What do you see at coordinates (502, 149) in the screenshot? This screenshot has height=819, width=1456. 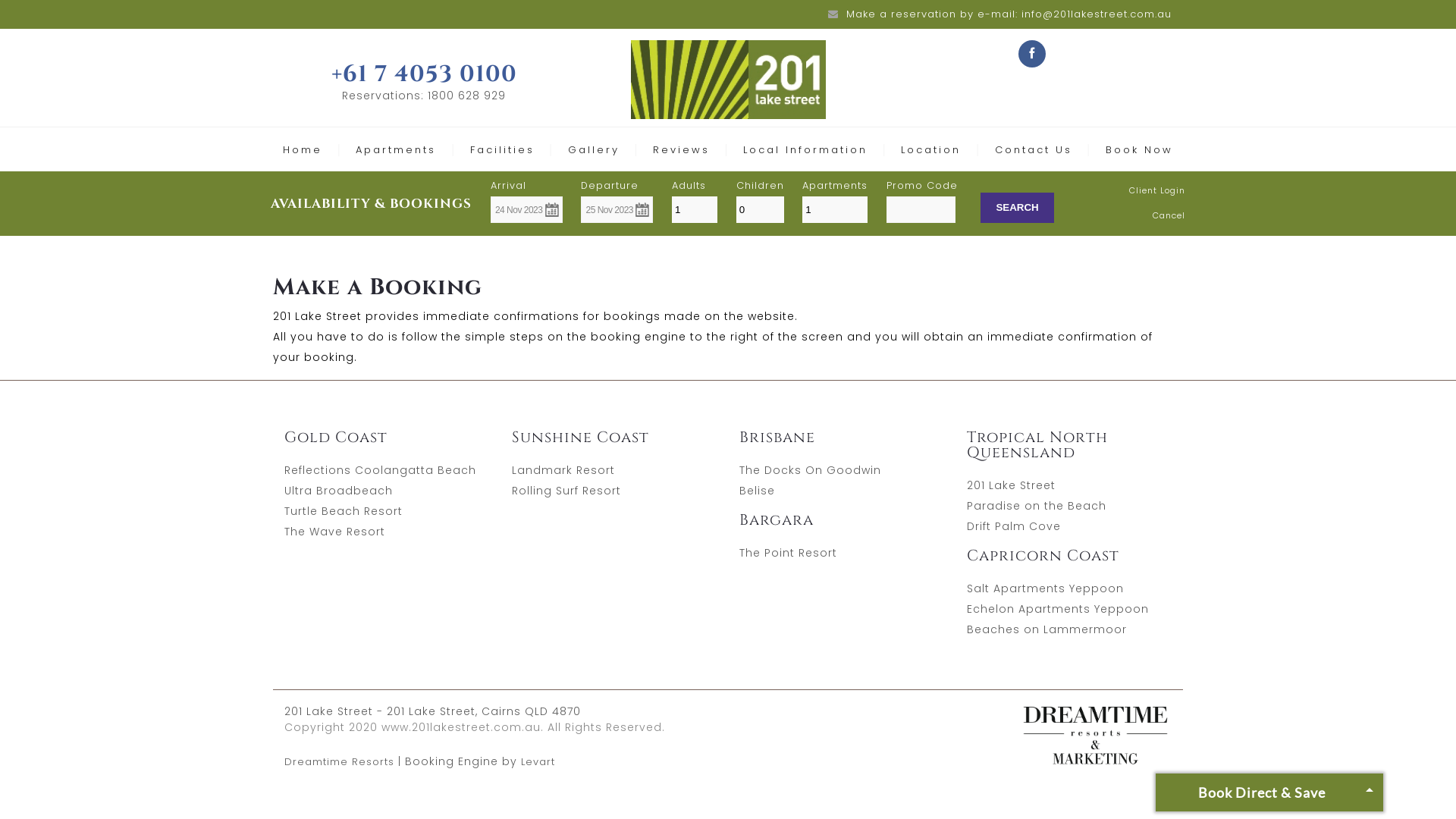 I see `'Facilities'` at bounding box center [502, 149].